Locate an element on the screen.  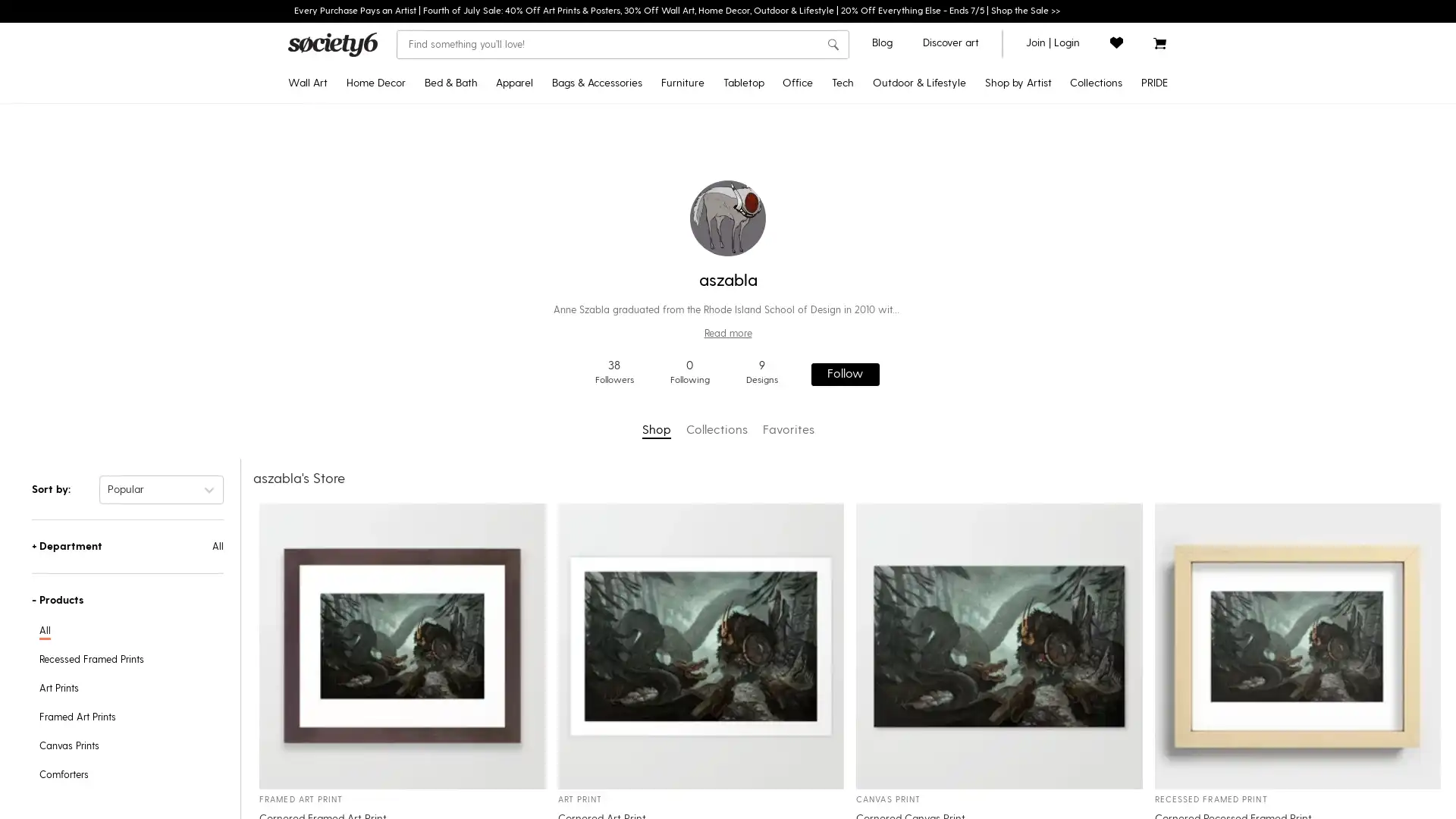
Folding Stools is located at coordinates (939, 415).